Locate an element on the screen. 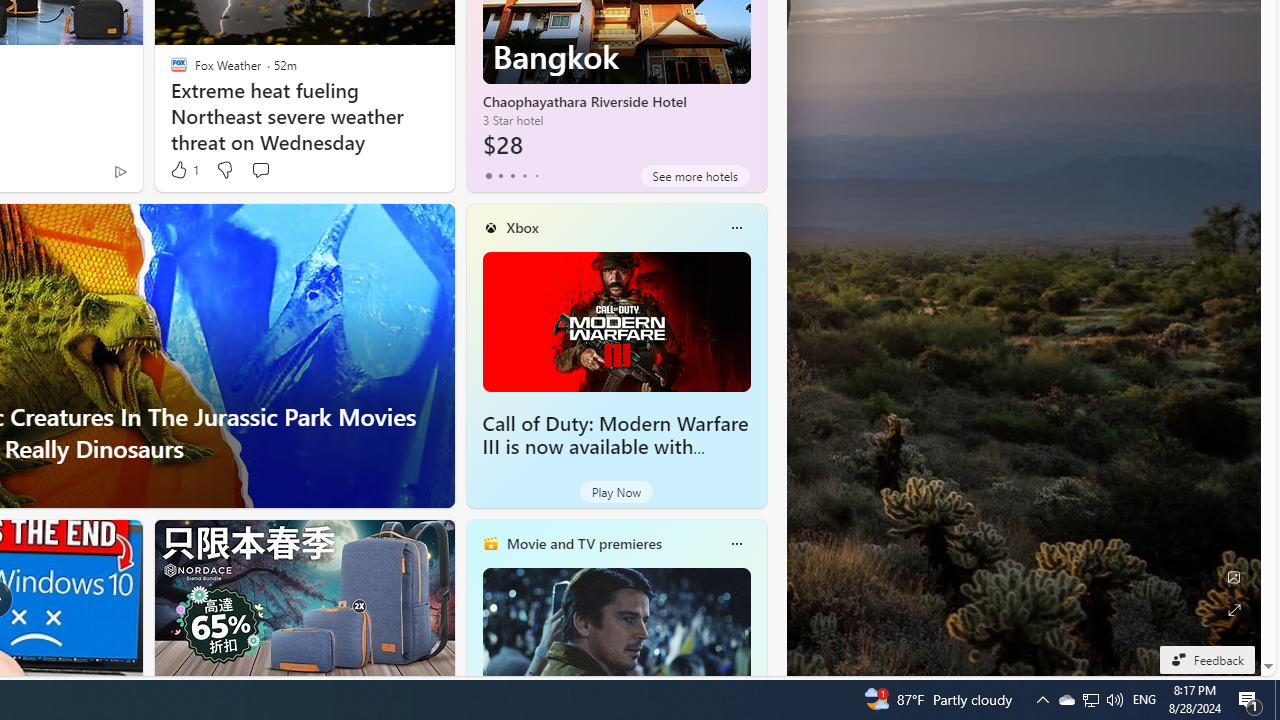  '1 Like' is located at coordinates (183, 169).